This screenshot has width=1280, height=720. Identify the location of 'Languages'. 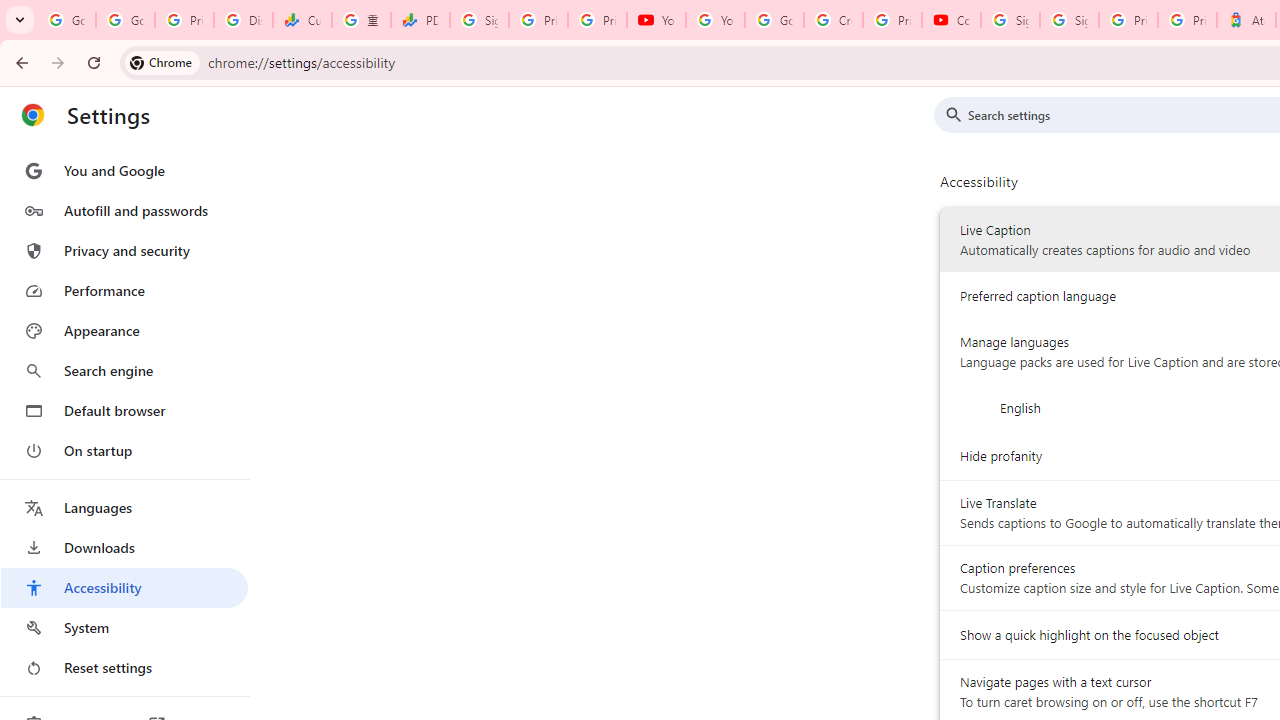
(123, 506).